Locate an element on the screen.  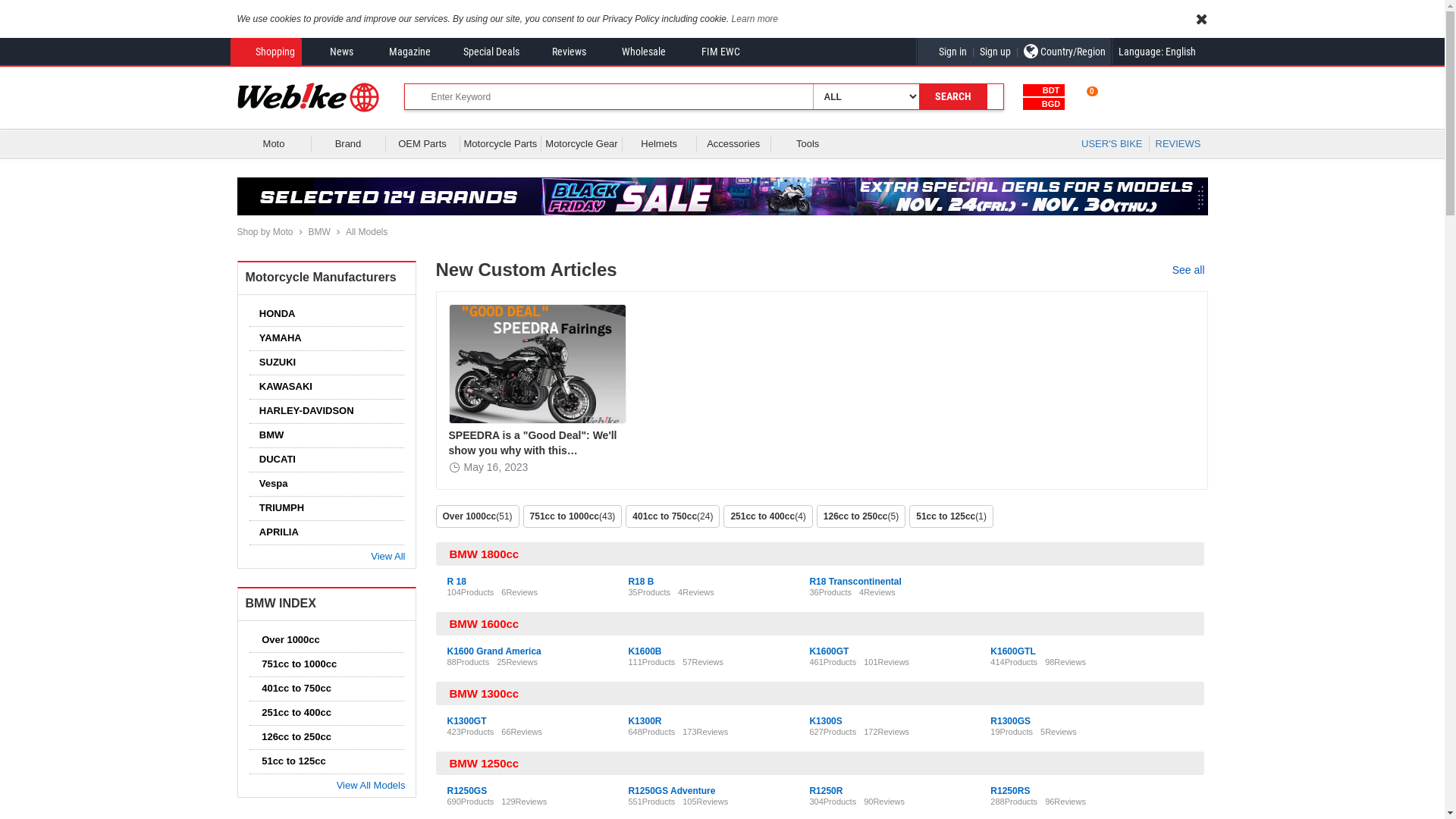
'251cc to 400cc(4)' is located at coordinates (769, 516).